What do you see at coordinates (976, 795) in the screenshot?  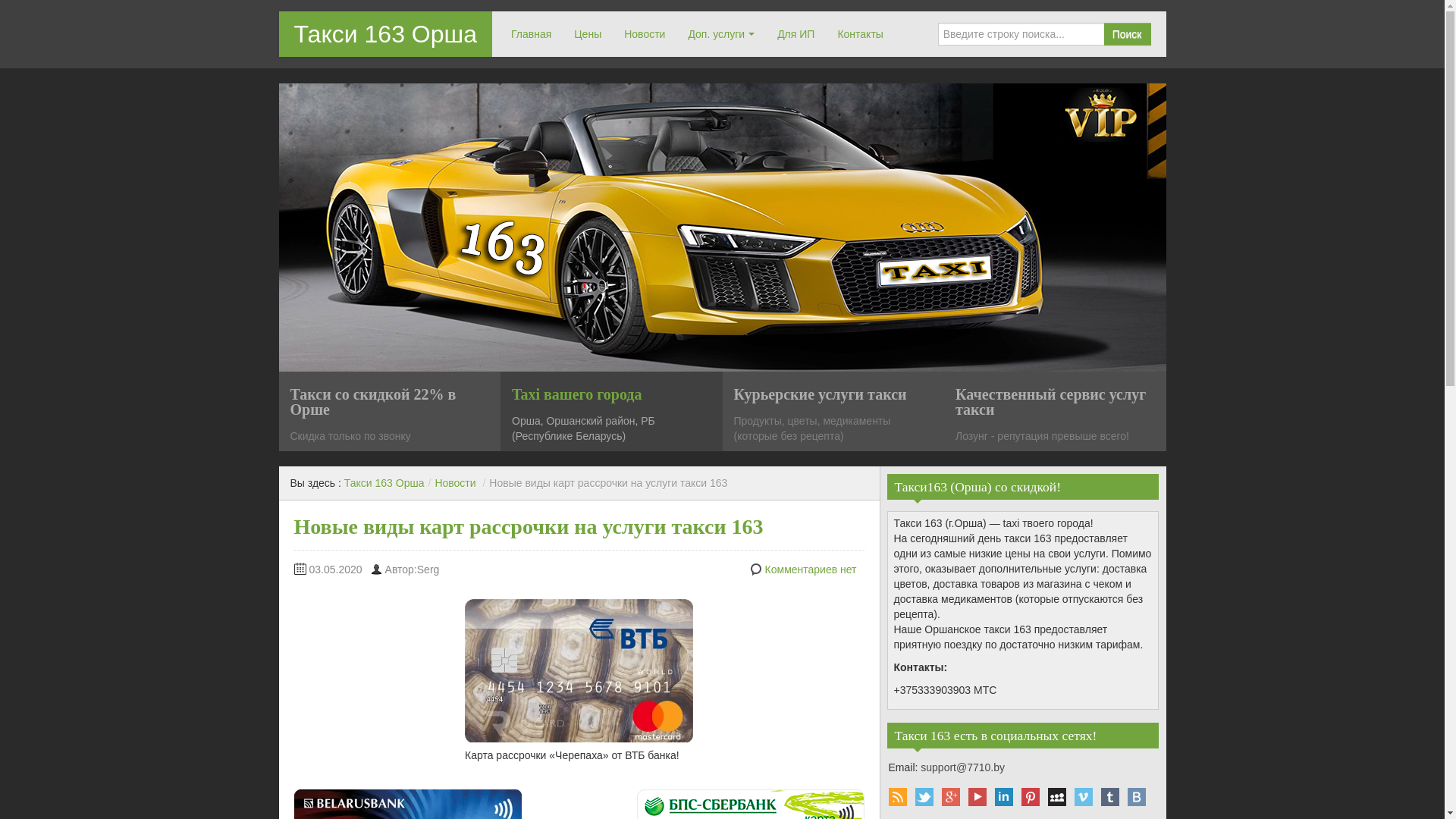 I see `'YouTube'` at bounding box center [976, 795].